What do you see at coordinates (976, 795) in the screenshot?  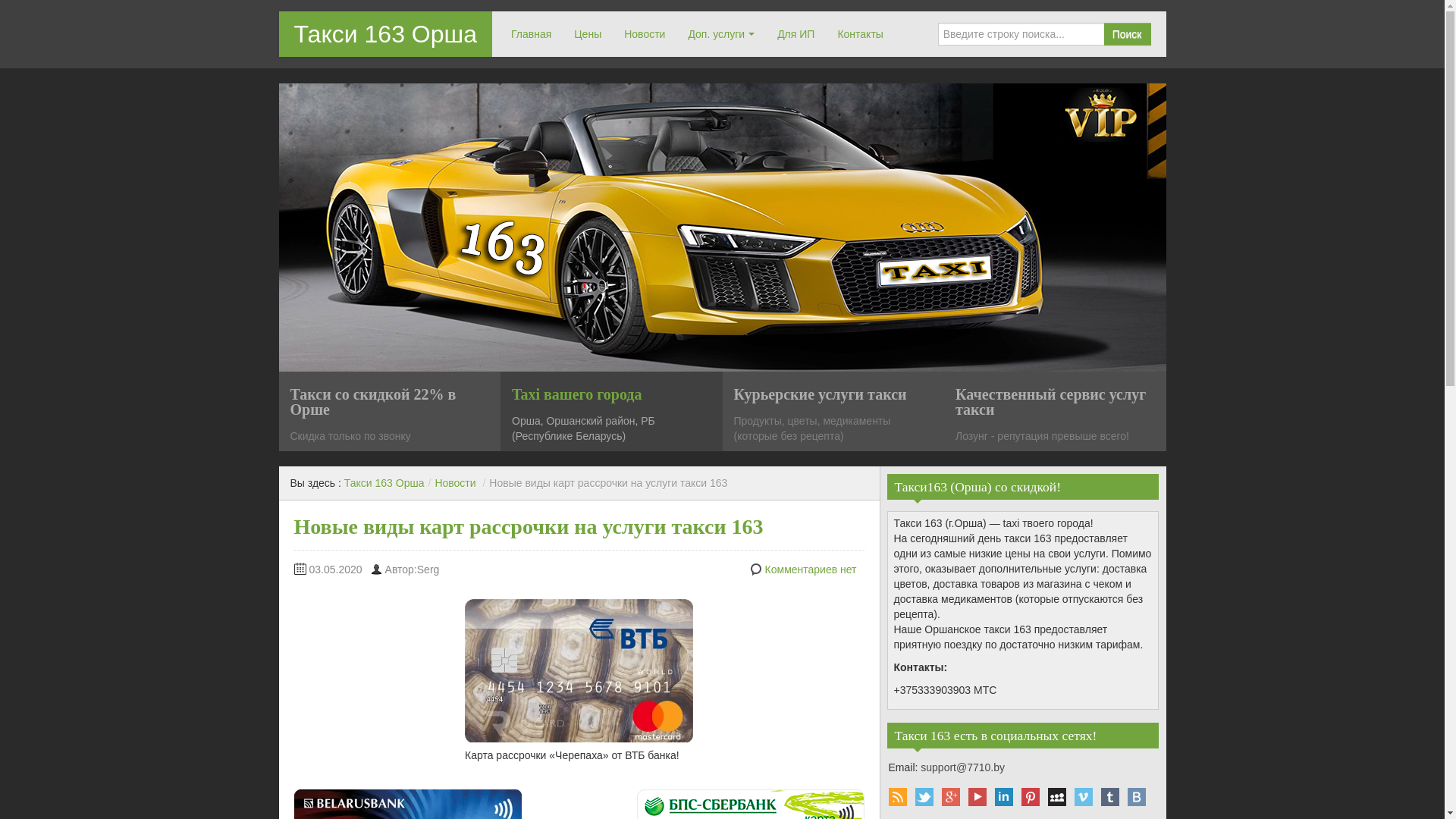 I see `'YouTube'` at bounding box center [976, 795].